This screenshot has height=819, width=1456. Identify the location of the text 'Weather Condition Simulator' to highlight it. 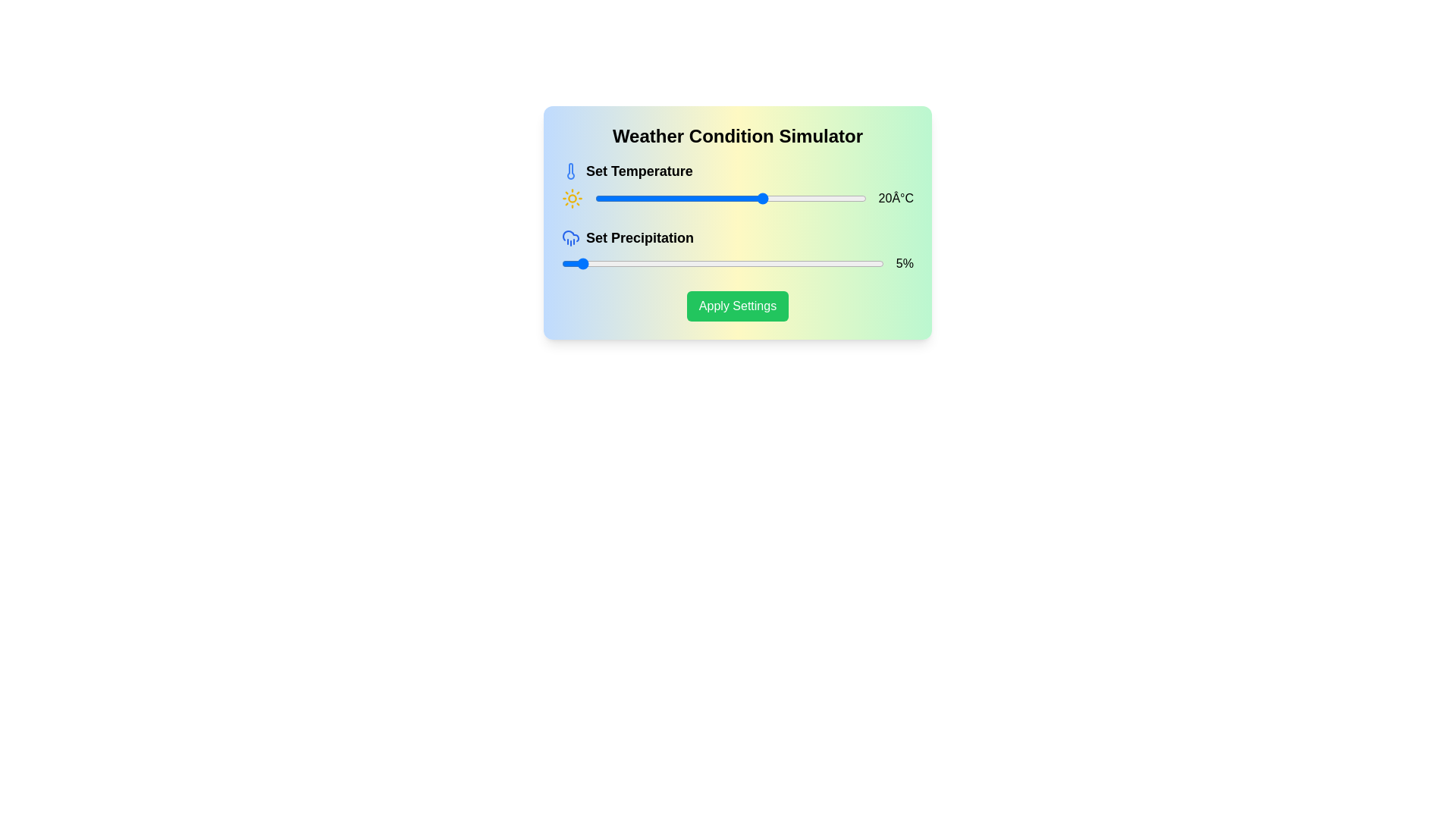
(738, 136).